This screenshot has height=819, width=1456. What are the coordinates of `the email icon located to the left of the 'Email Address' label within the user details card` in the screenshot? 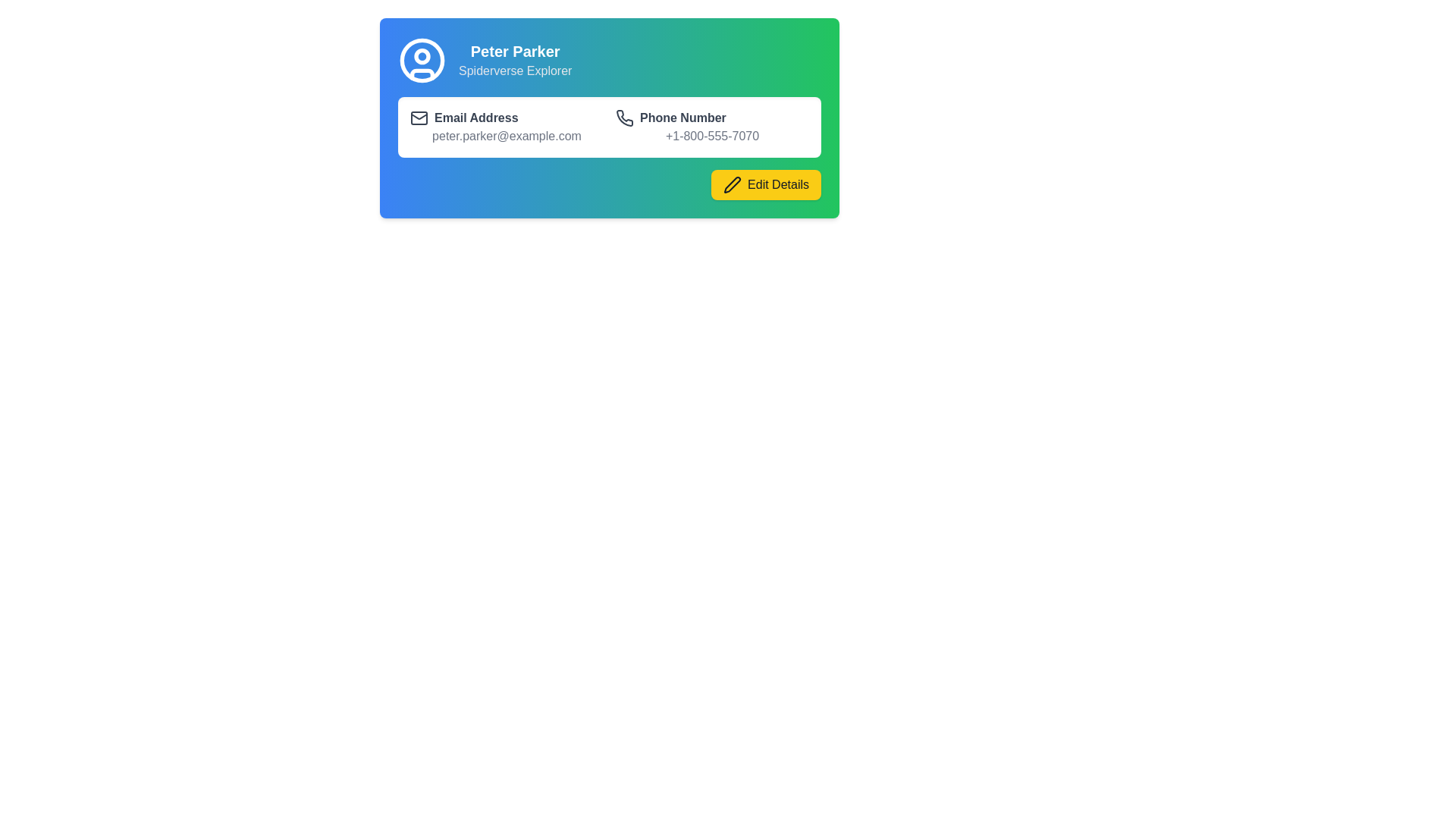 It's located at (419, 117).